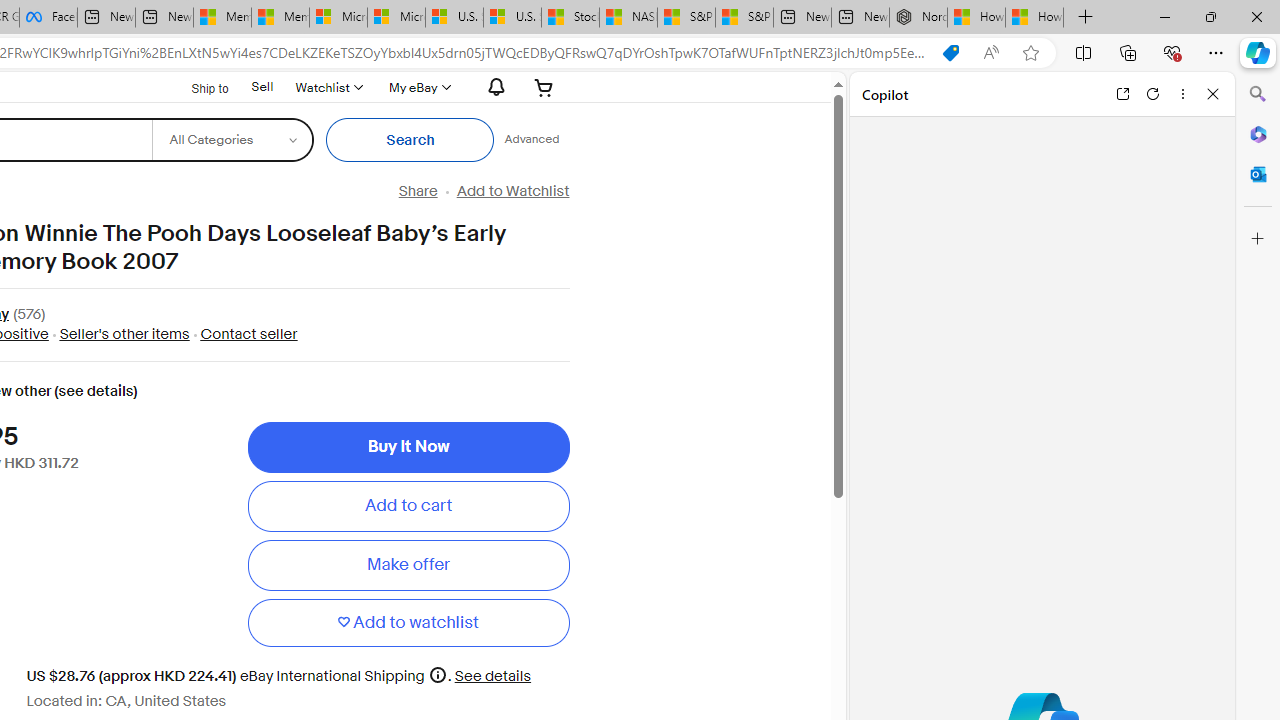 The image size is (1280, 720). What do you see at coordinates (493, 86) in the screenshot?
I see `'AutomationID: gh-eb-Alerts'` at bounding box center [493, 86].